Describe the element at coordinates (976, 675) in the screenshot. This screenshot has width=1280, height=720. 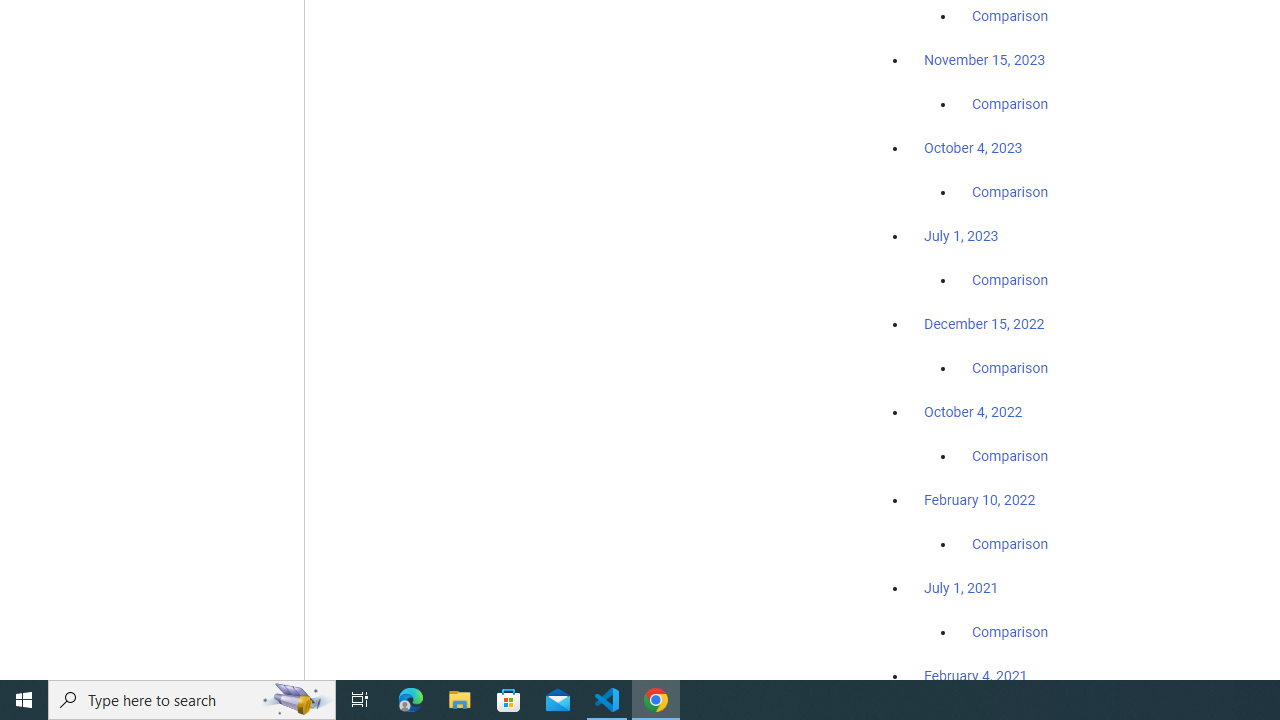
I see `'February 4, 2021'` at that location.